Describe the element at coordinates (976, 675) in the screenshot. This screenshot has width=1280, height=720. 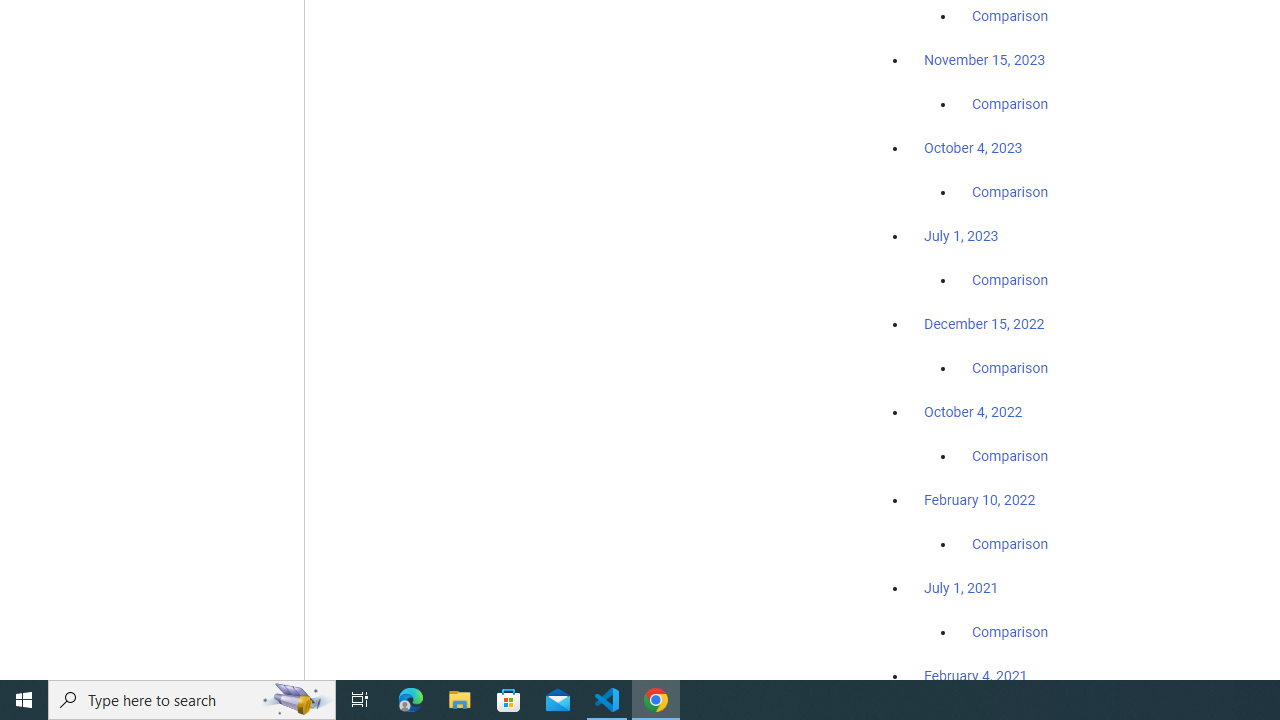
I see `'February 4, 2021'` at that location.